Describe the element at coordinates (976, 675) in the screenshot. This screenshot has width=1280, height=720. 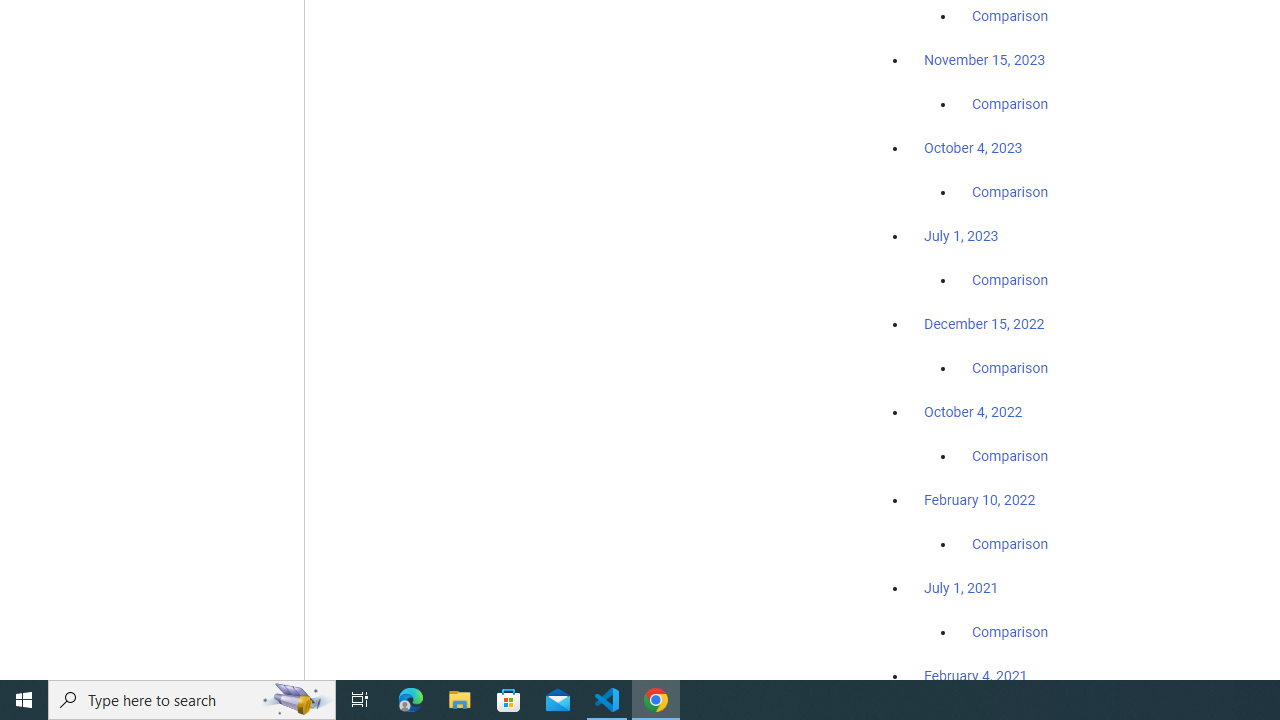
I see `'February 4, 2021'` at that location.